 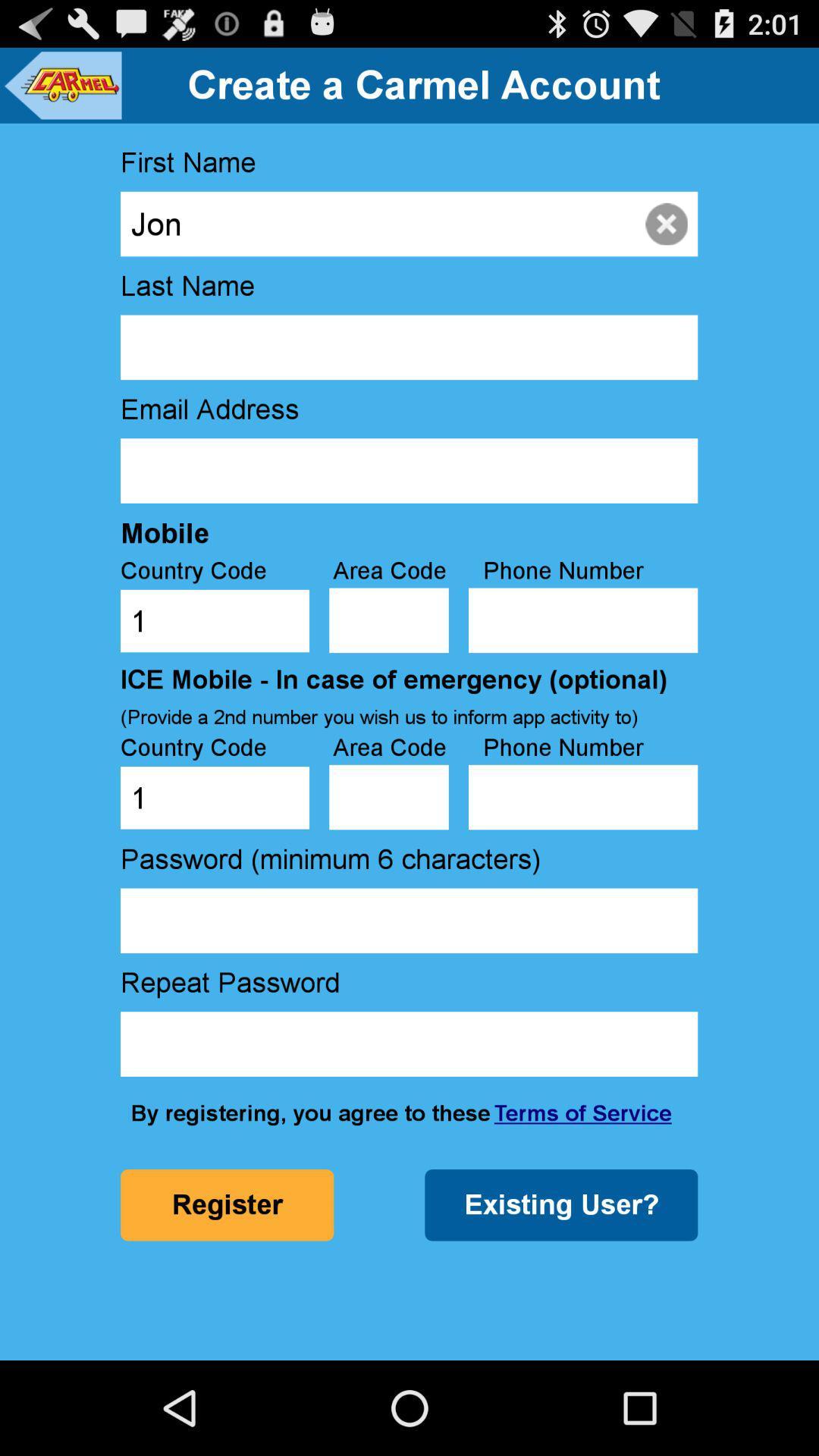 What do you see at coordinates (408, 347) in the screenshot?
I see `the icon below last name item` at bounding box center [408, 347].